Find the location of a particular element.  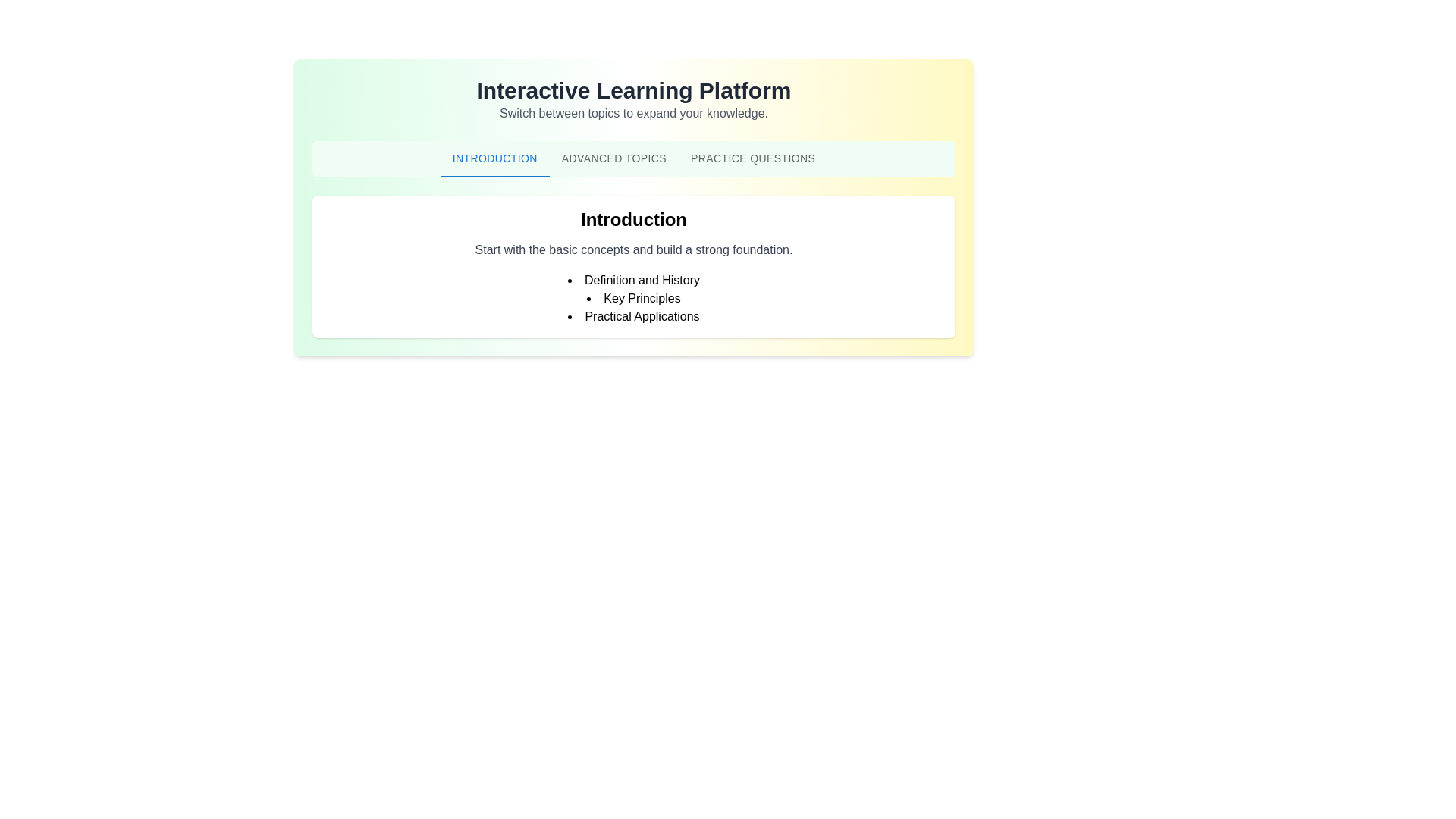

the prominent Text Label element displaying 'Introduction', which is styled in bold with a larger font size, positioned above descriptive text and a bulleted list is located at coordinates (633, 219).